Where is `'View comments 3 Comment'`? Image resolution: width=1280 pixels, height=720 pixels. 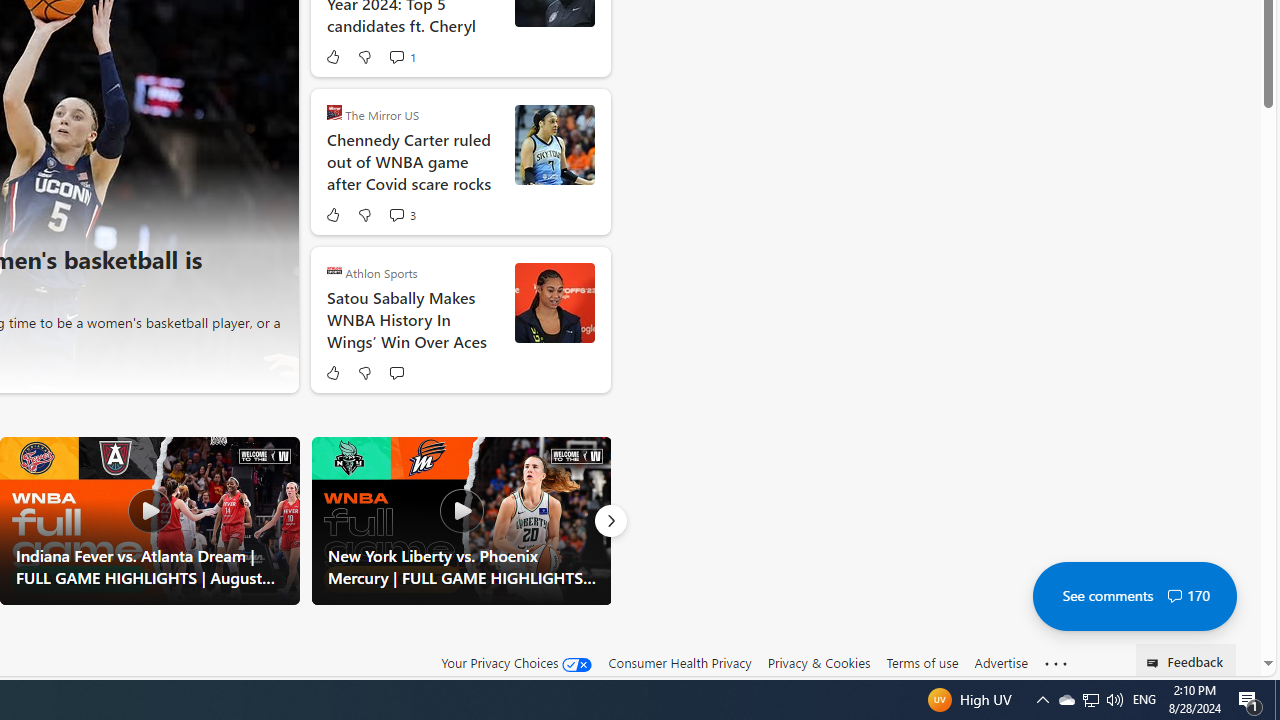
'View comments 3 Comment' is located at coordinates (400, 214).